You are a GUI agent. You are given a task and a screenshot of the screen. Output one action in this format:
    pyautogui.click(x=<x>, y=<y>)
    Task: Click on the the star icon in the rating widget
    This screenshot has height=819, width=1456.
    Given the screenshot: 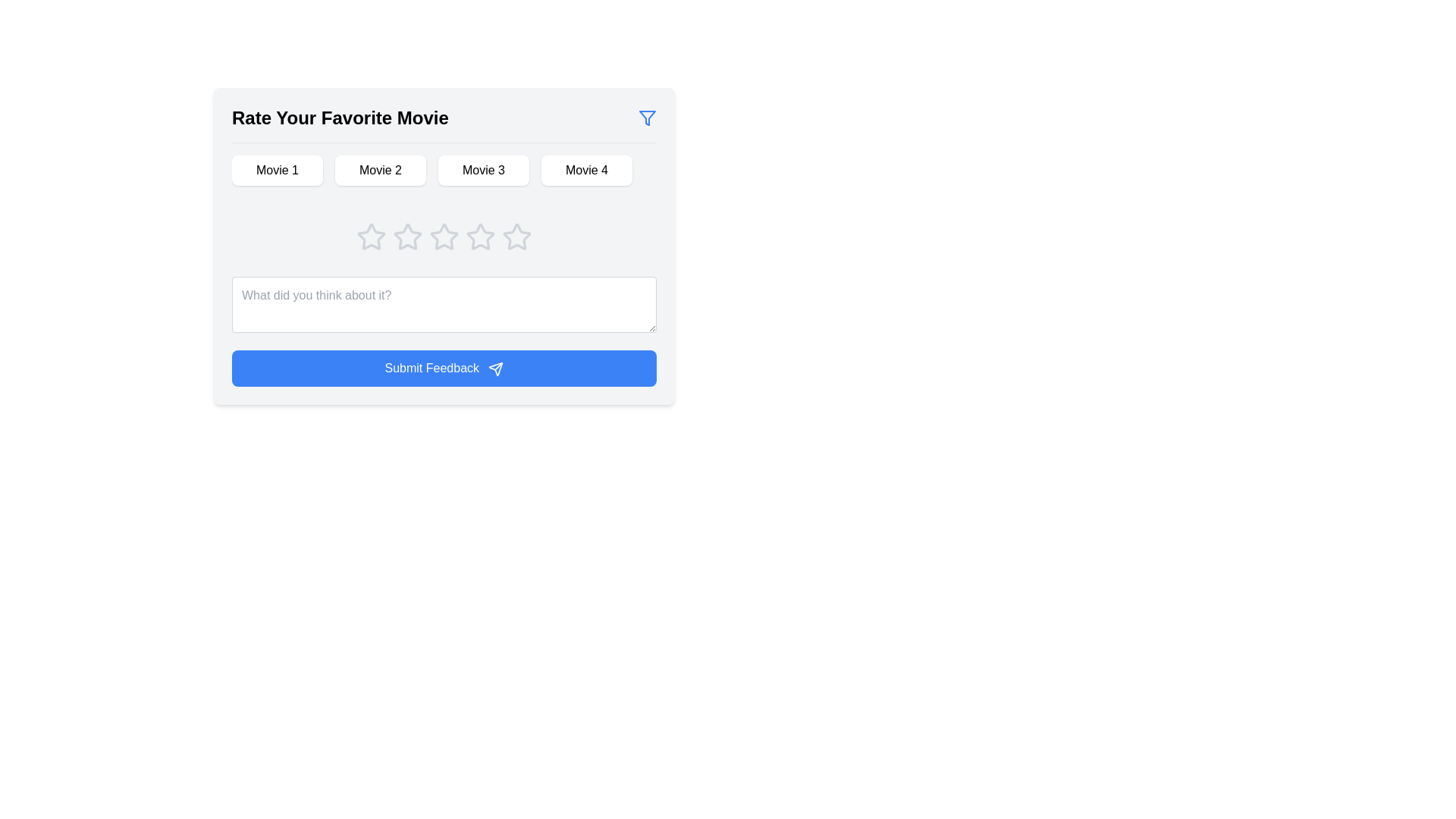 What is the action you would take?
    pyautogui.click(x=443, y=237)
    